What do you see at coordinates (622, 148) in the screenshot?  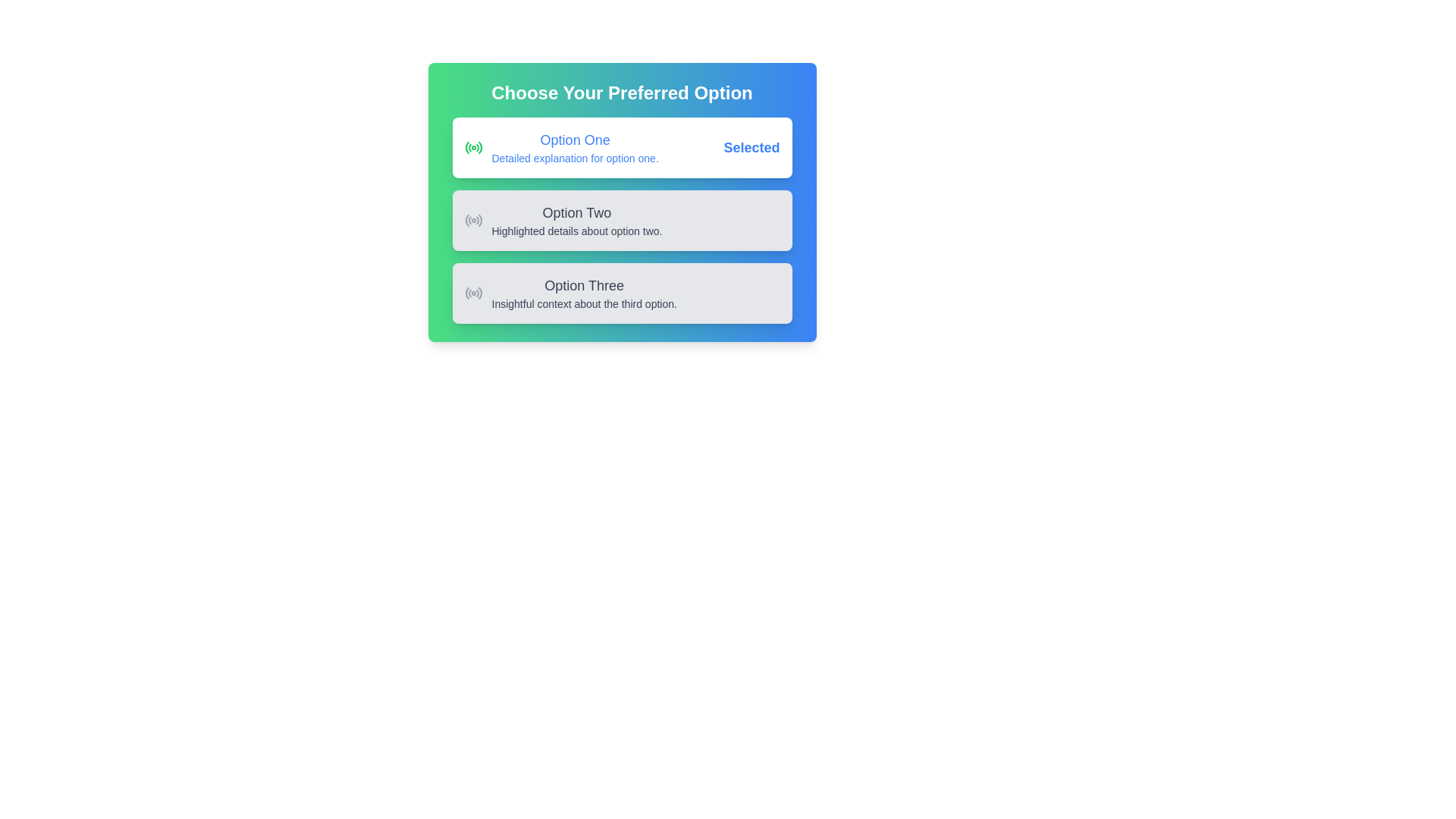 I see `the first selectable option labeled 'Option One'` at bounding box center [622, 148].